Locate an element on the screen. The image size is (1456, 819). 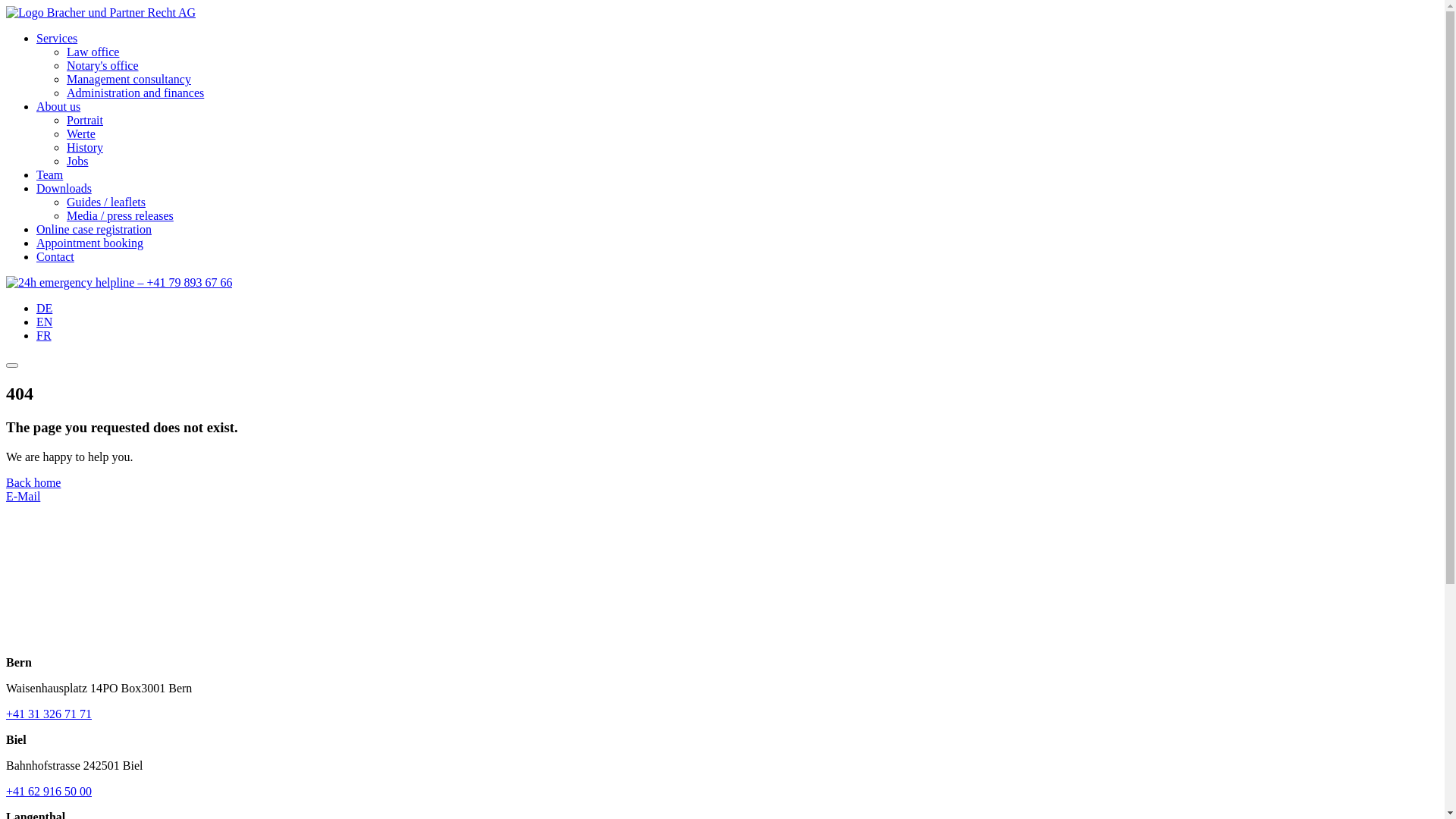
'Online case registration' is located at coordinates (93, 229).